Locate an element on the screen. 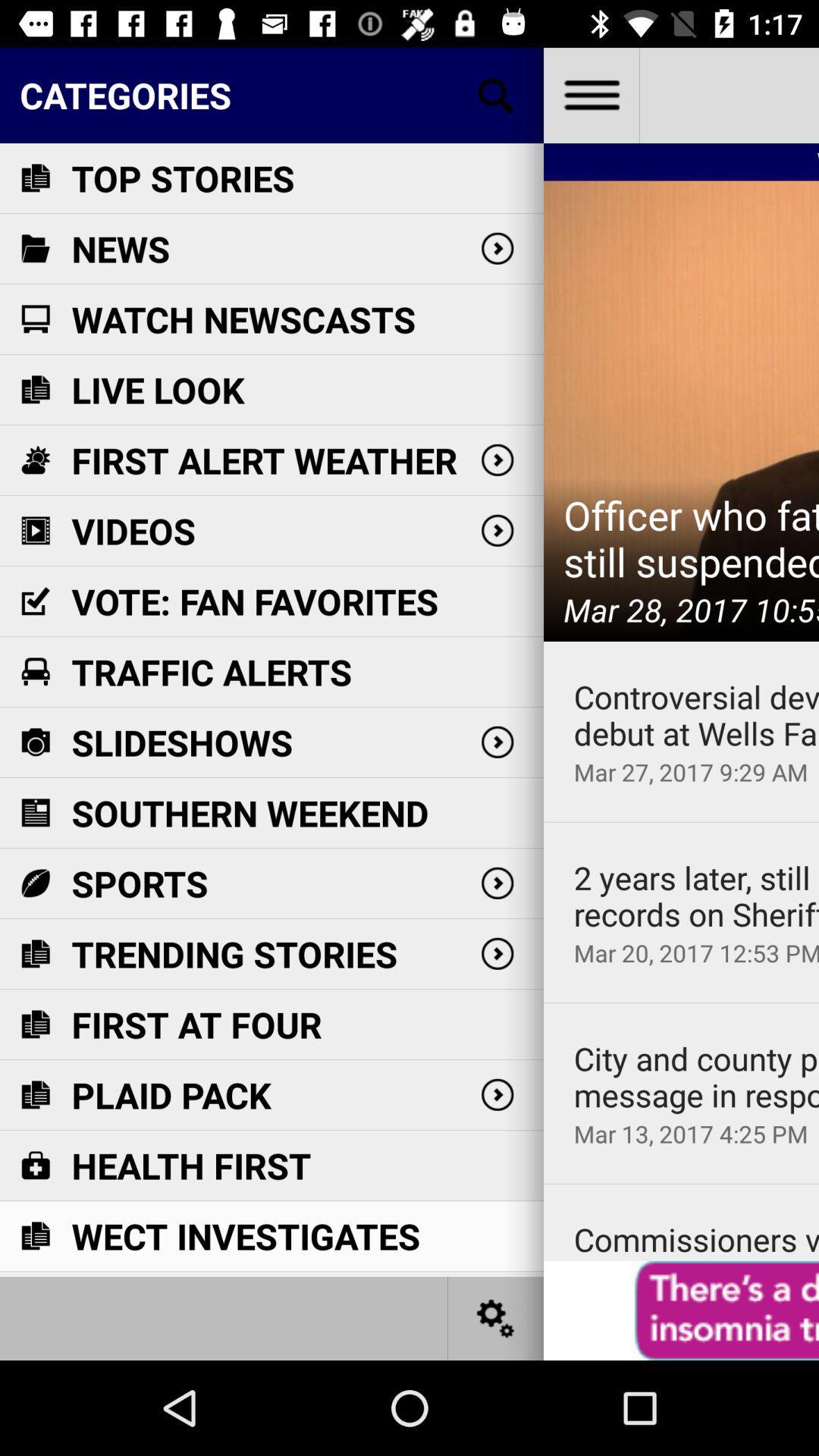  the search icon is located at coordinates (496, 94).